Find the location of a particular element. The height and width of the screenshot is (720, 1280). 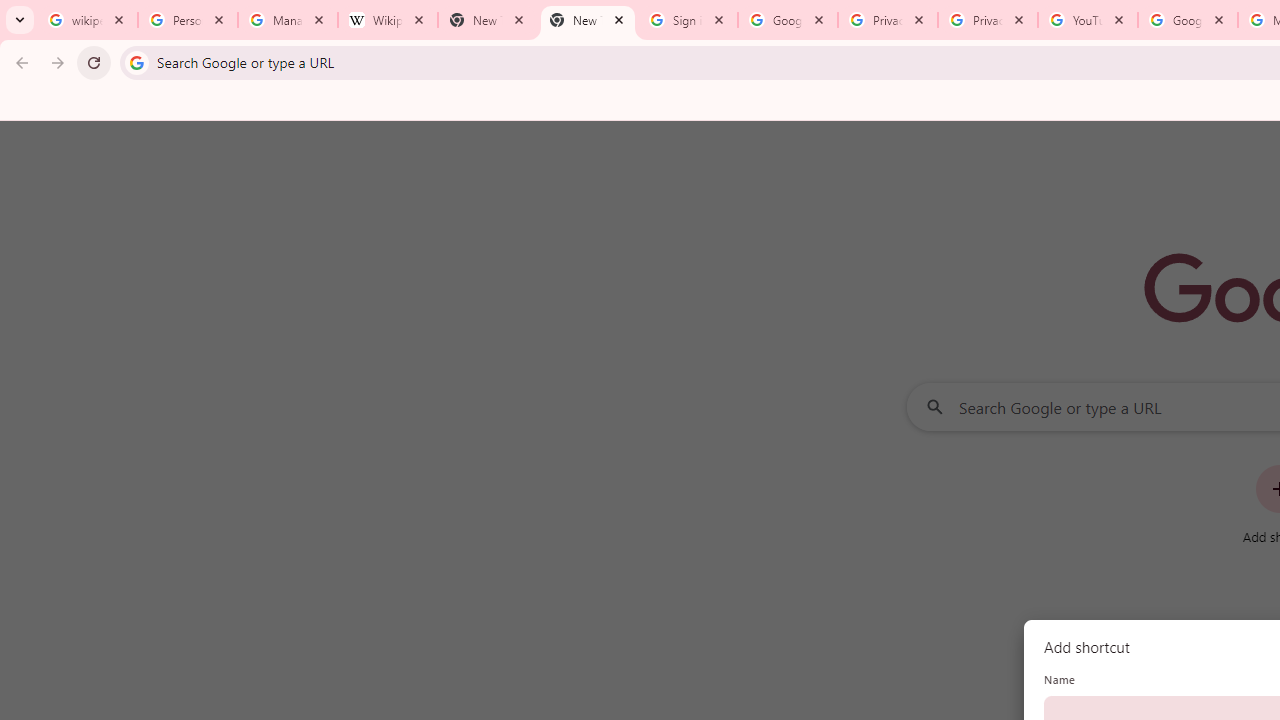

'Manage your Location History - Google Search Help' is located at coordinates (287, 20).